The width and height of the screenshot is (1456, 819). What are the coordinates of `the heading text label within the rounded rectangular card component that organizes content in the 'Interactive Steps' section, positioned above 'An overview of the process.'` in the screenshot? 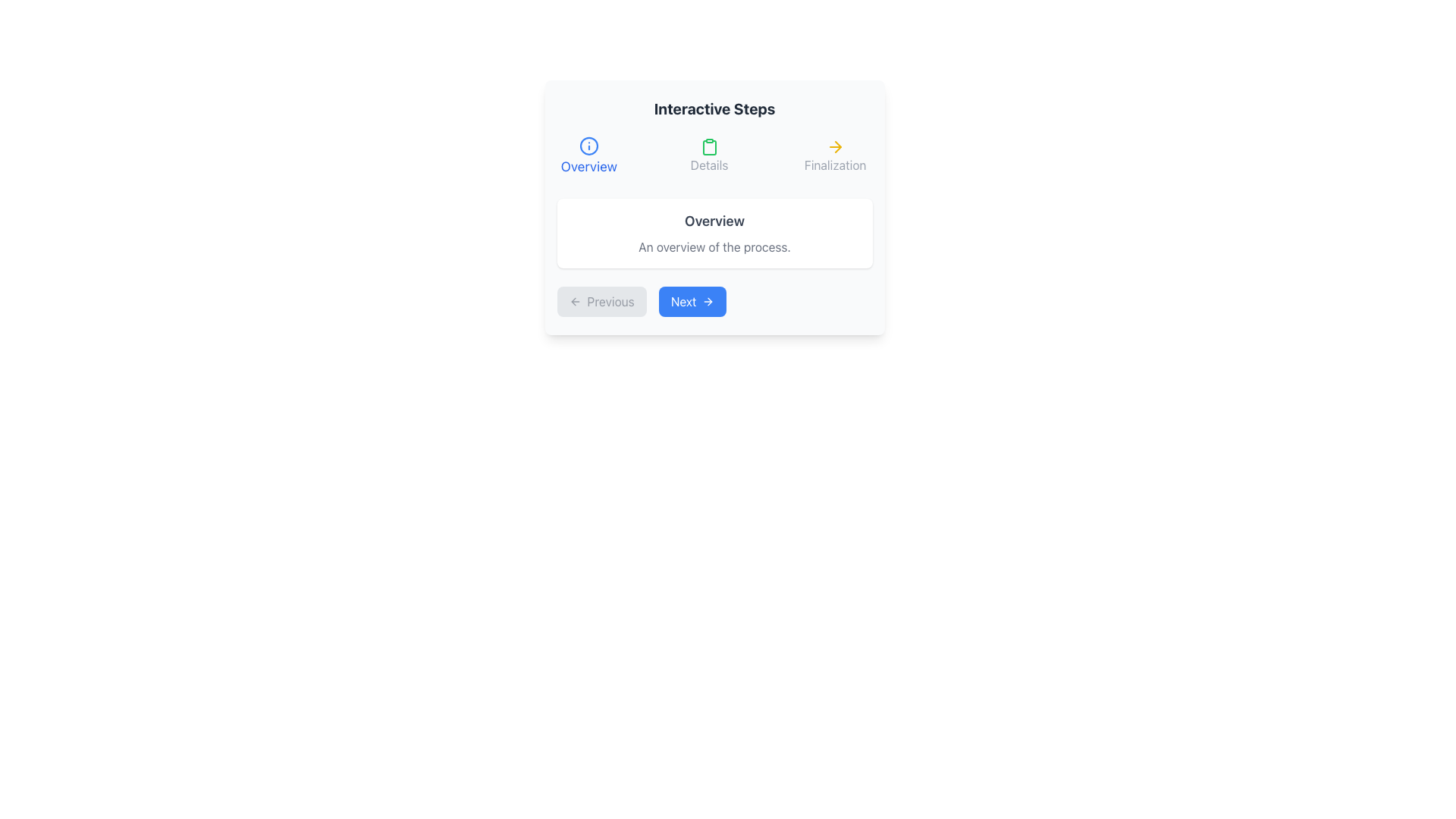 It's located at (714, 221).